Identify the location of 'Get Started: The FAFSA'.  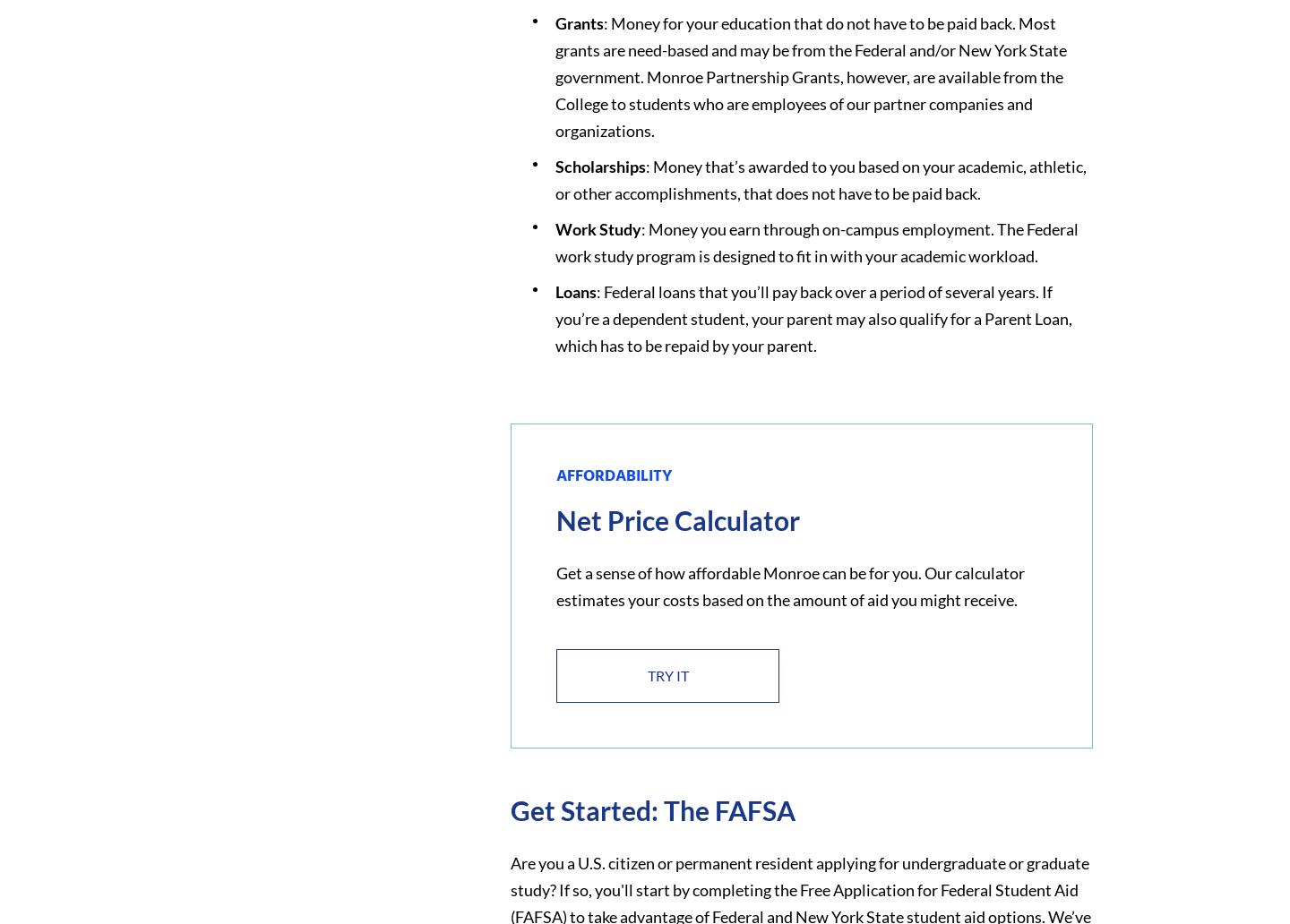
(651, 808).